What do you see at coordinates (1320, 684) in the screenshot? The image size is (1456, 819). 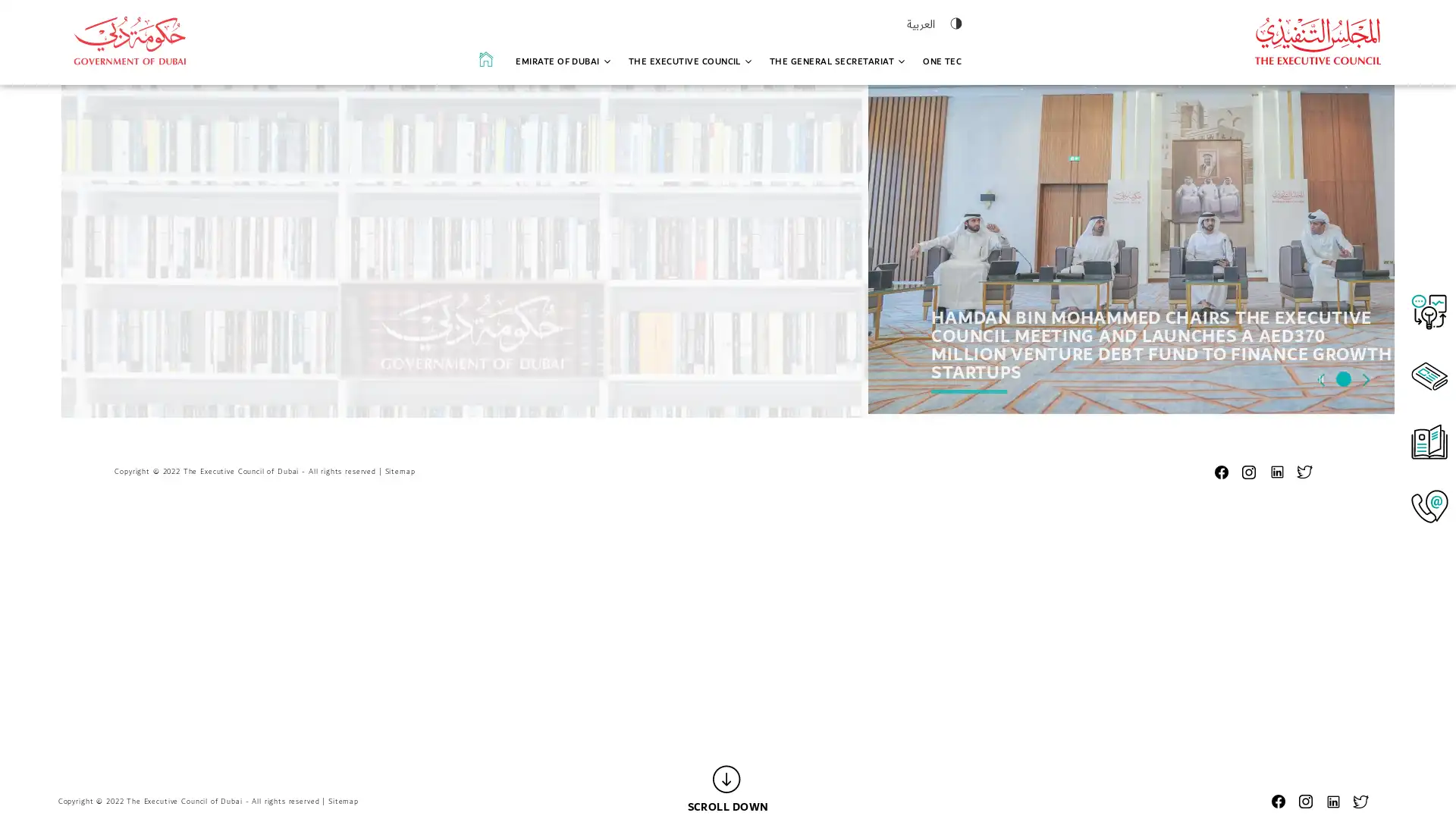 I see `toggle slider` at bounding box center [1320, 684].